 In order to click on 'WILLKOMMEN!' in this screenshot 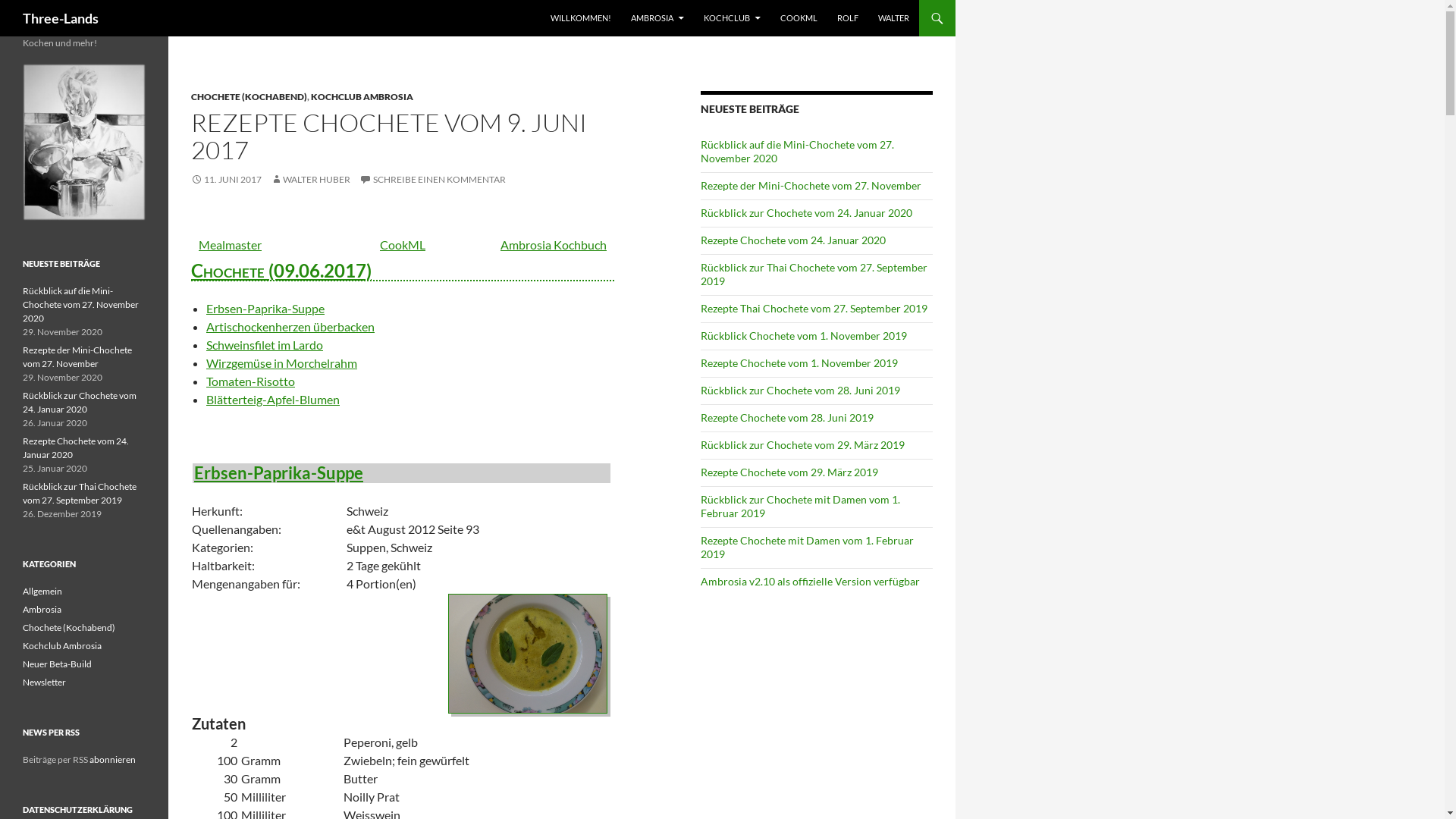, I will do `click(541, 17)`.